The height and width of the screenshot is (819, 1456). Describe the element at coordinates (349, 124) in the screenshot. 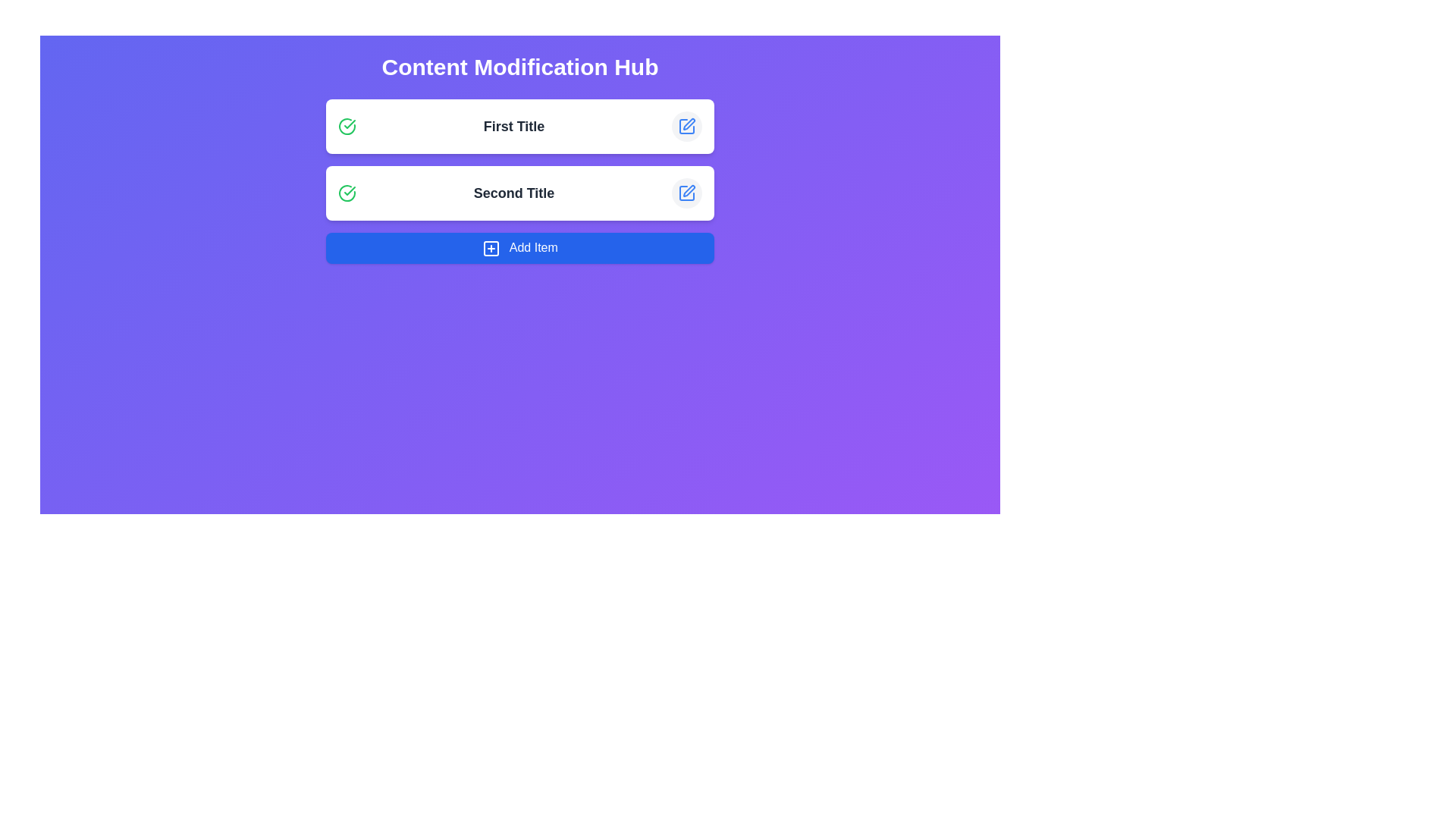

I see `properties of the checkmark-shaped SVG graphic styled in green, located within the circular badge to the left of the 'Second Title' list item` at that location.